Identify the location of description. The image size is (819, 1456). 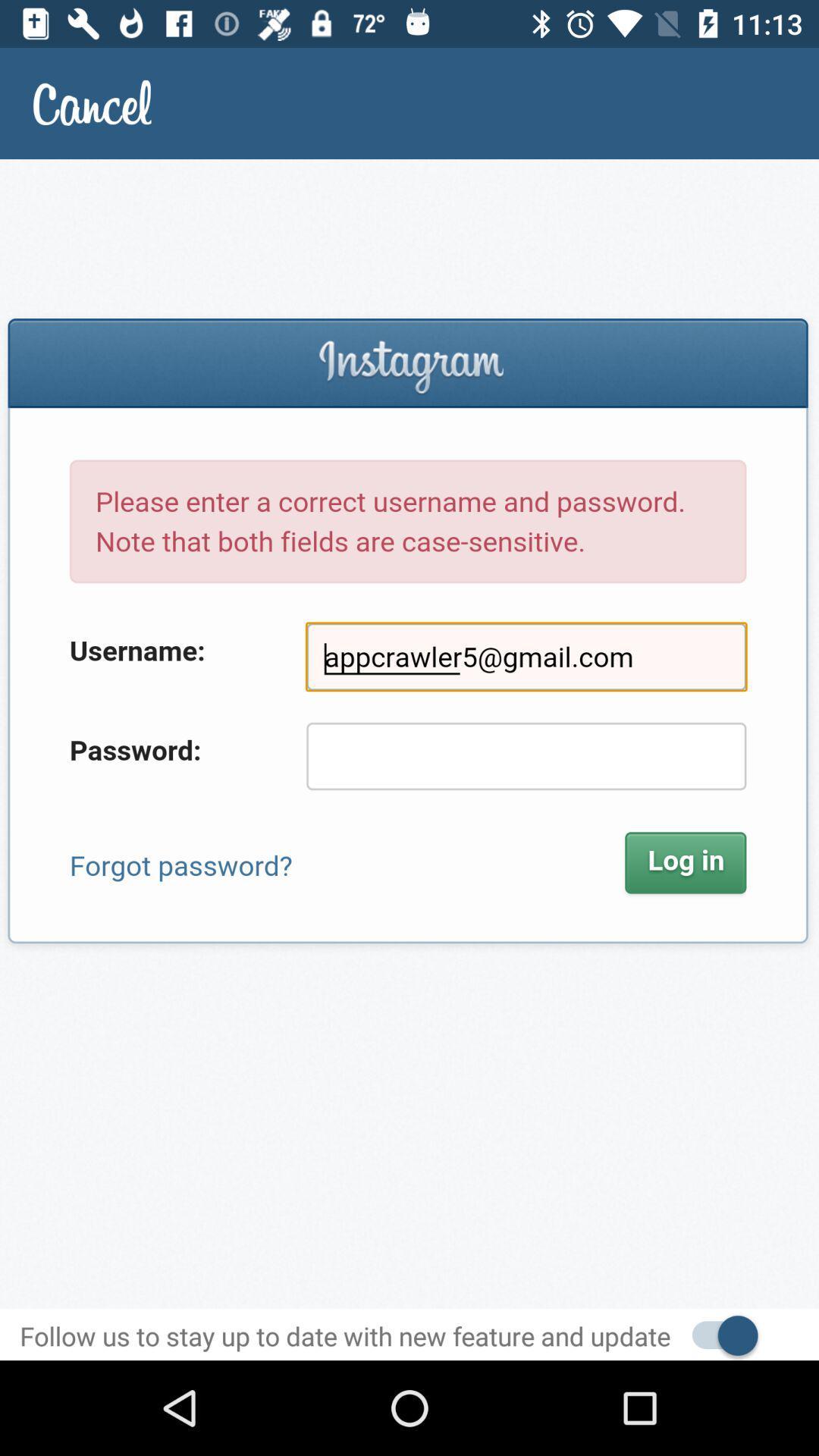
(409, 733).